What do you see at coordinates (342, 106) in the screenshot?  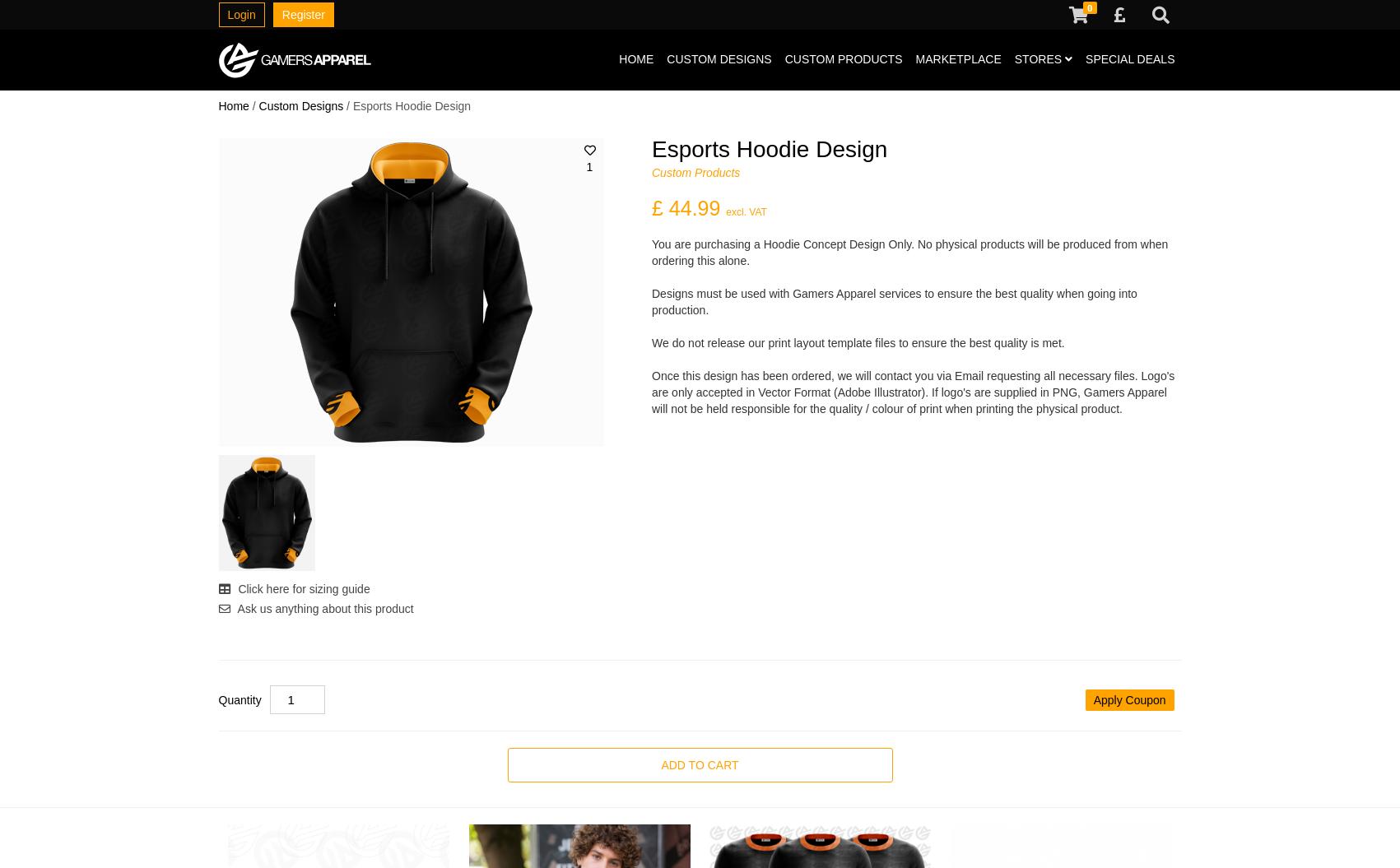 I see `'/
    Esports Hoodie Design'` at bounding box center [342, 106].